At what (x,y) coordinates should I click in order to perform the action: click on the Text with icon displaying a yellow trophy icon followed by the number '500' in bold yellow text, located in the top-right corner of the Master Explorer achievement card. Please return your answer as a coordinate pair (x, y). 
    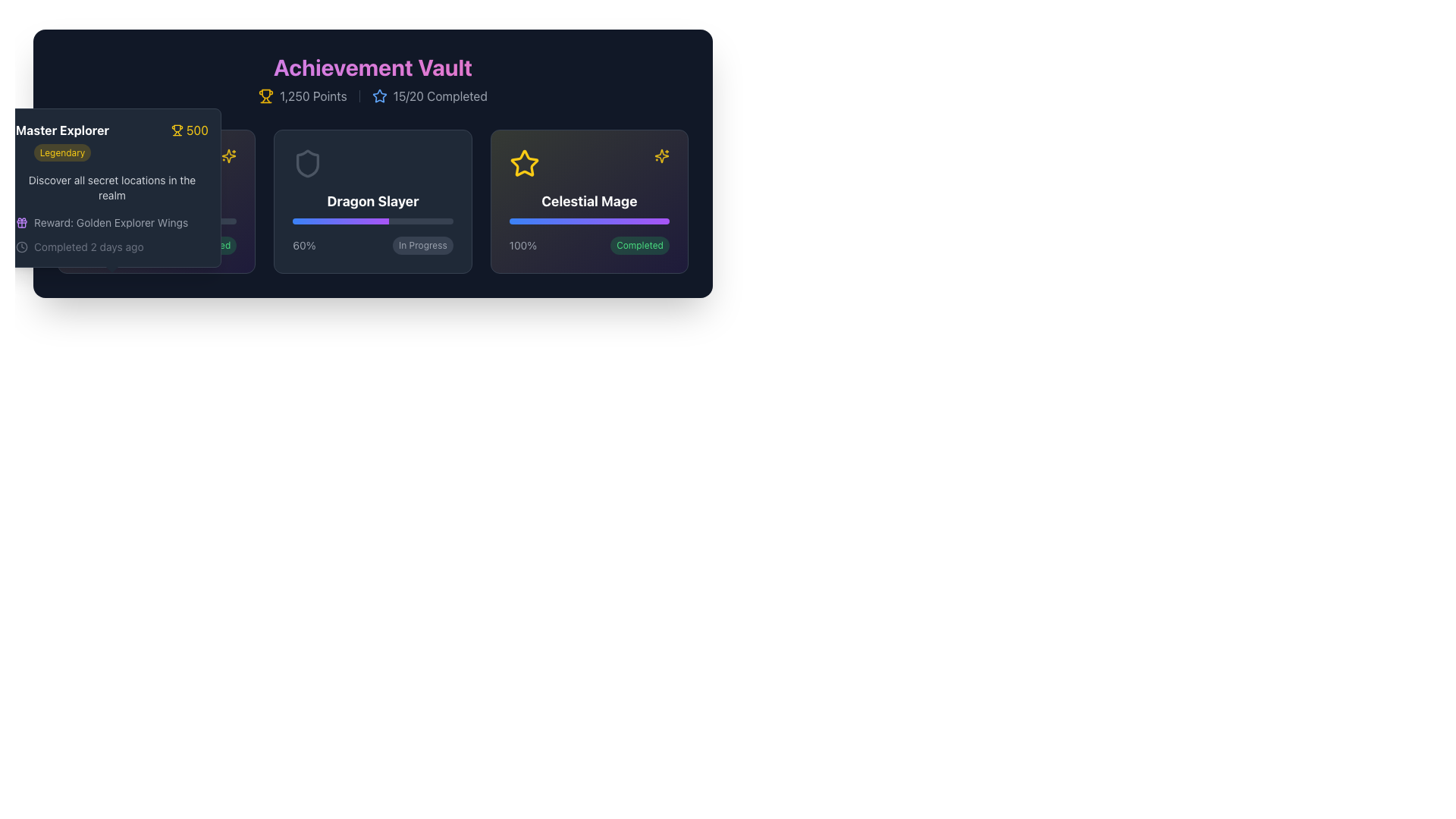
    Looking at the image, I should click on (189, 130).